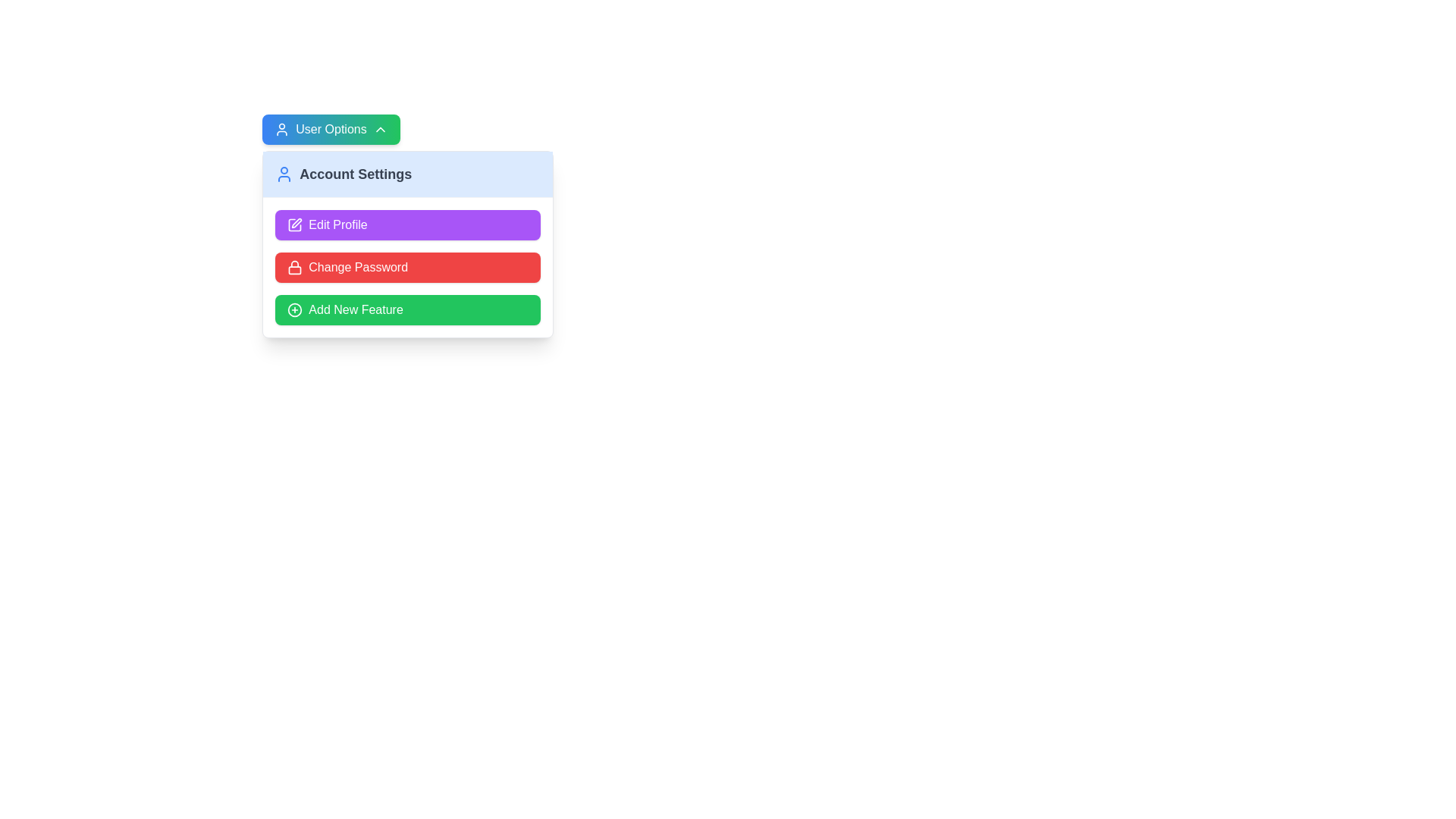 This screenshot has height=819, width=1456. Describe the element at coordinates (330, 128) in the screenshot. I see `the button that toggles the visibility of additional user options` at that location.